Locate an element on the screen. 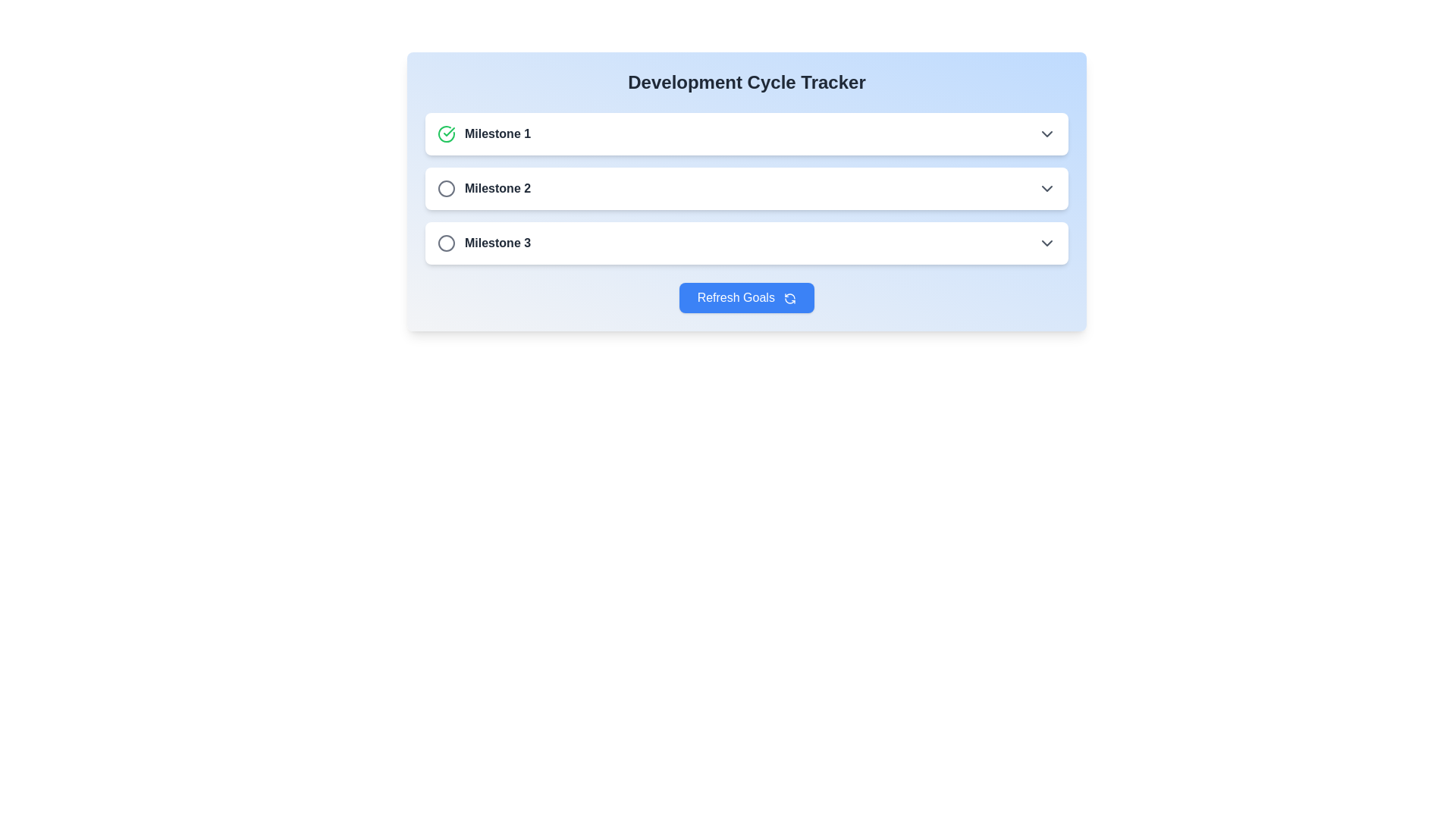 This screenshot has width=1456, height=819. the checkmark icon representing milestone completion in the 'Development Cycle Tracker' section, located to the left of the text label 'Milestone 1' is located at coordinates (446, 133).